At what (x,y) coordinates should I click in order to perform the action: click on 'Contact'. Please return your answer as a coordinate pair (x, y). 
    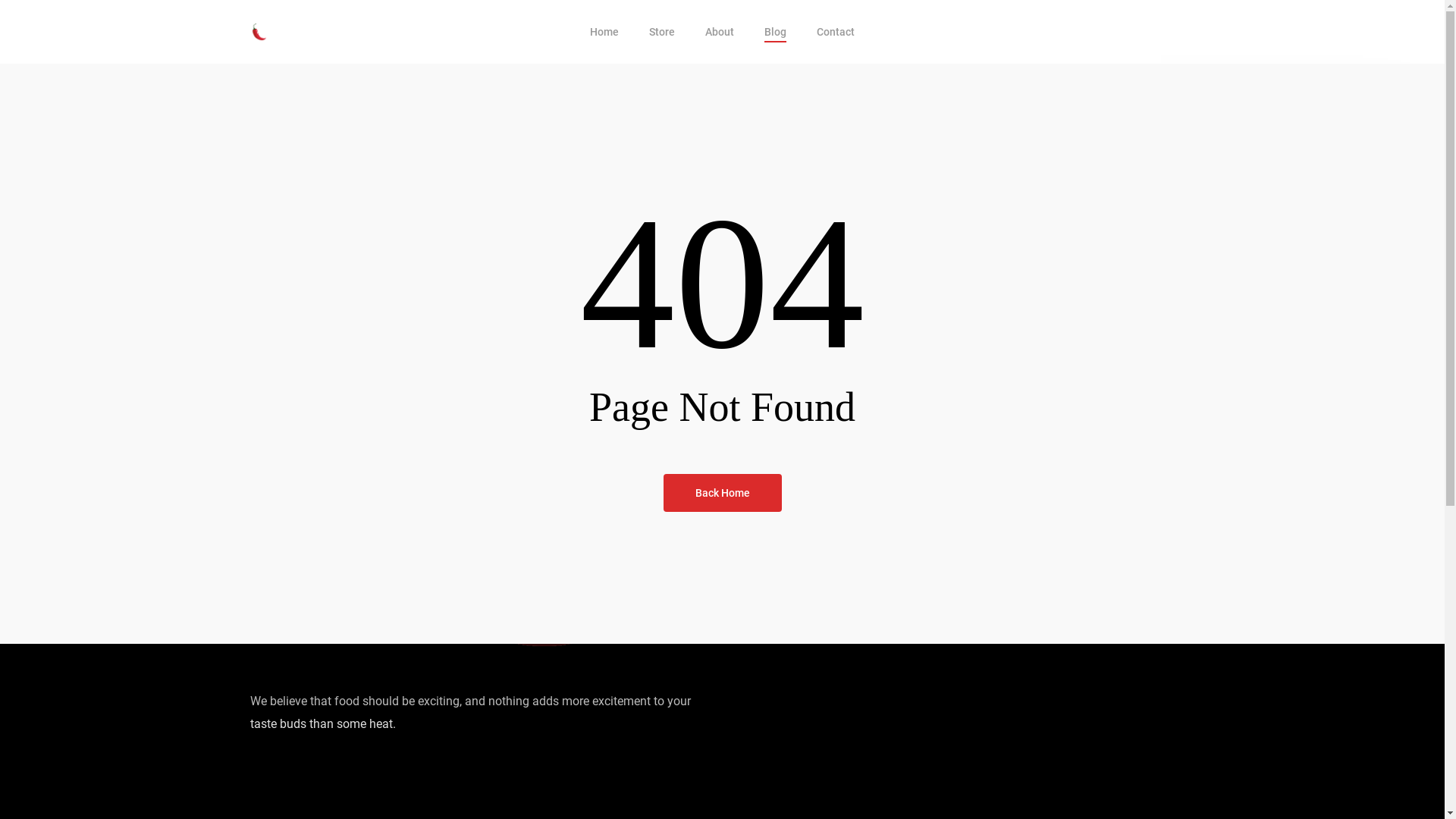
    Looking at the image, I should click on (815, 32).